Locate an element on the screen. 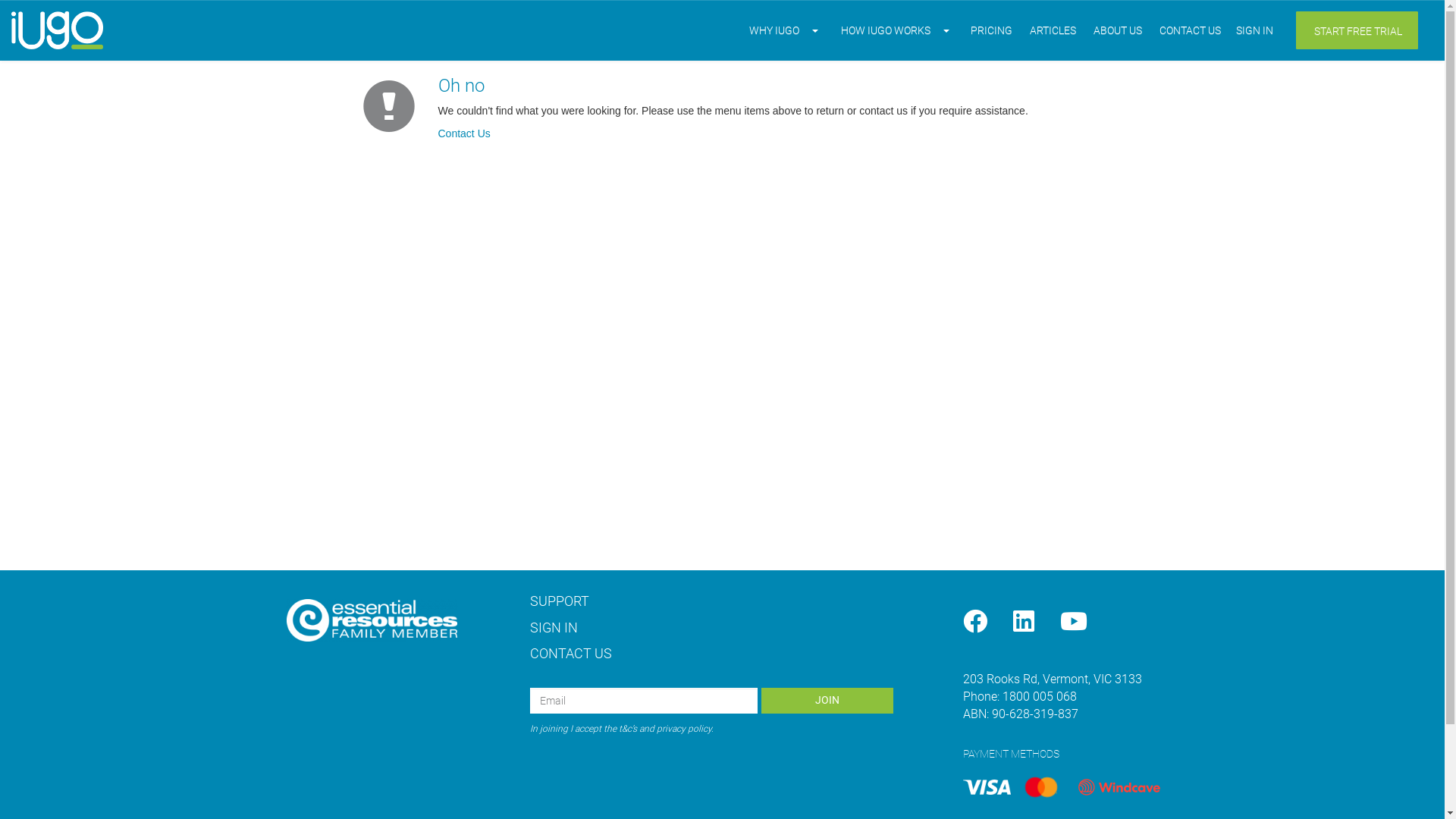 The height and width of the screenshot is (819, 1456). 'ARTICLES' is located at coordinates (1053, 30).